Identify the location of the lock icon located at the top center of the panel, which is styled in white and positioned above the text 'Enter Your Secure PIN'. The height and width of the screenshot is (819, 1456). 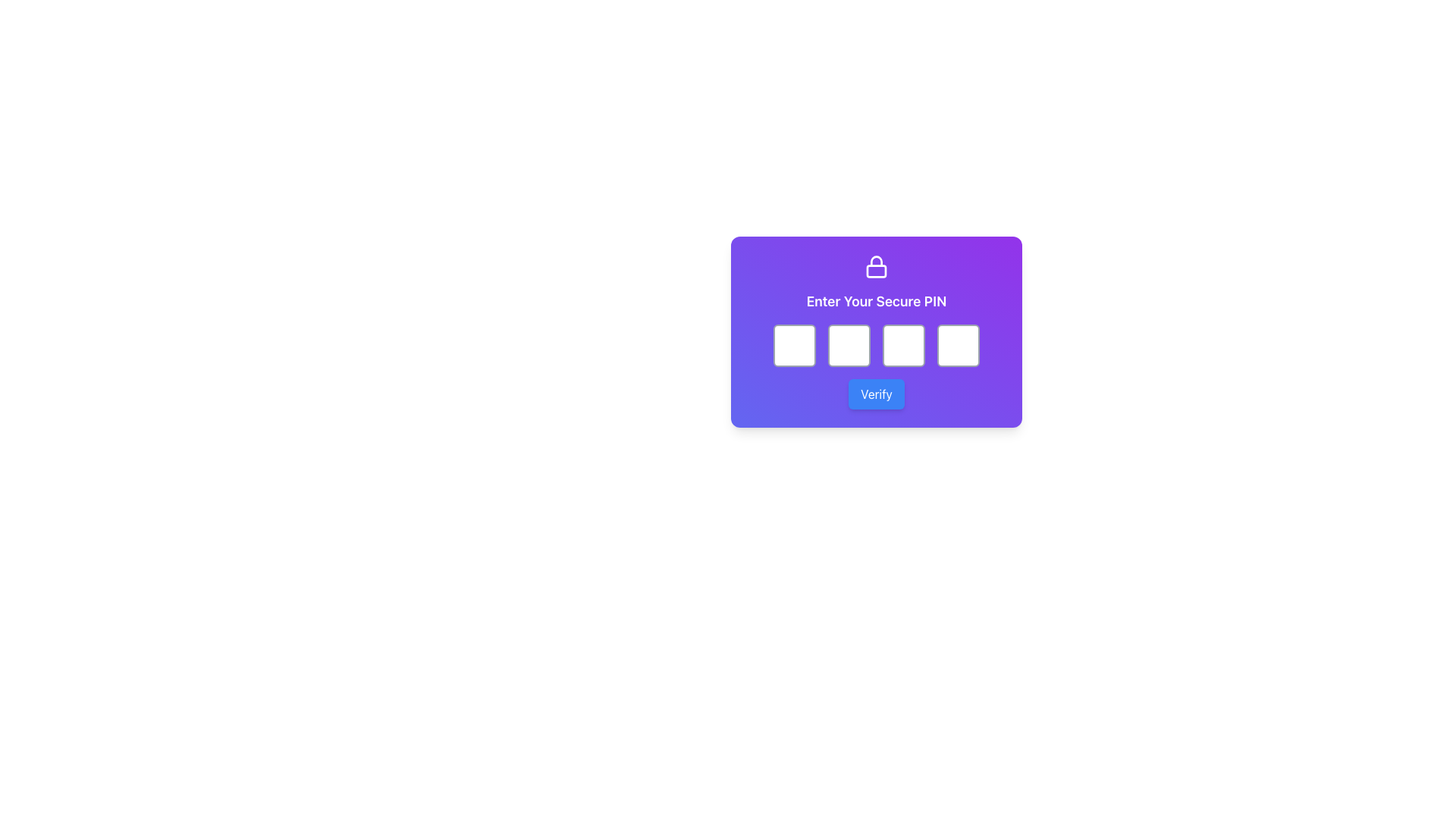
(877, 265).